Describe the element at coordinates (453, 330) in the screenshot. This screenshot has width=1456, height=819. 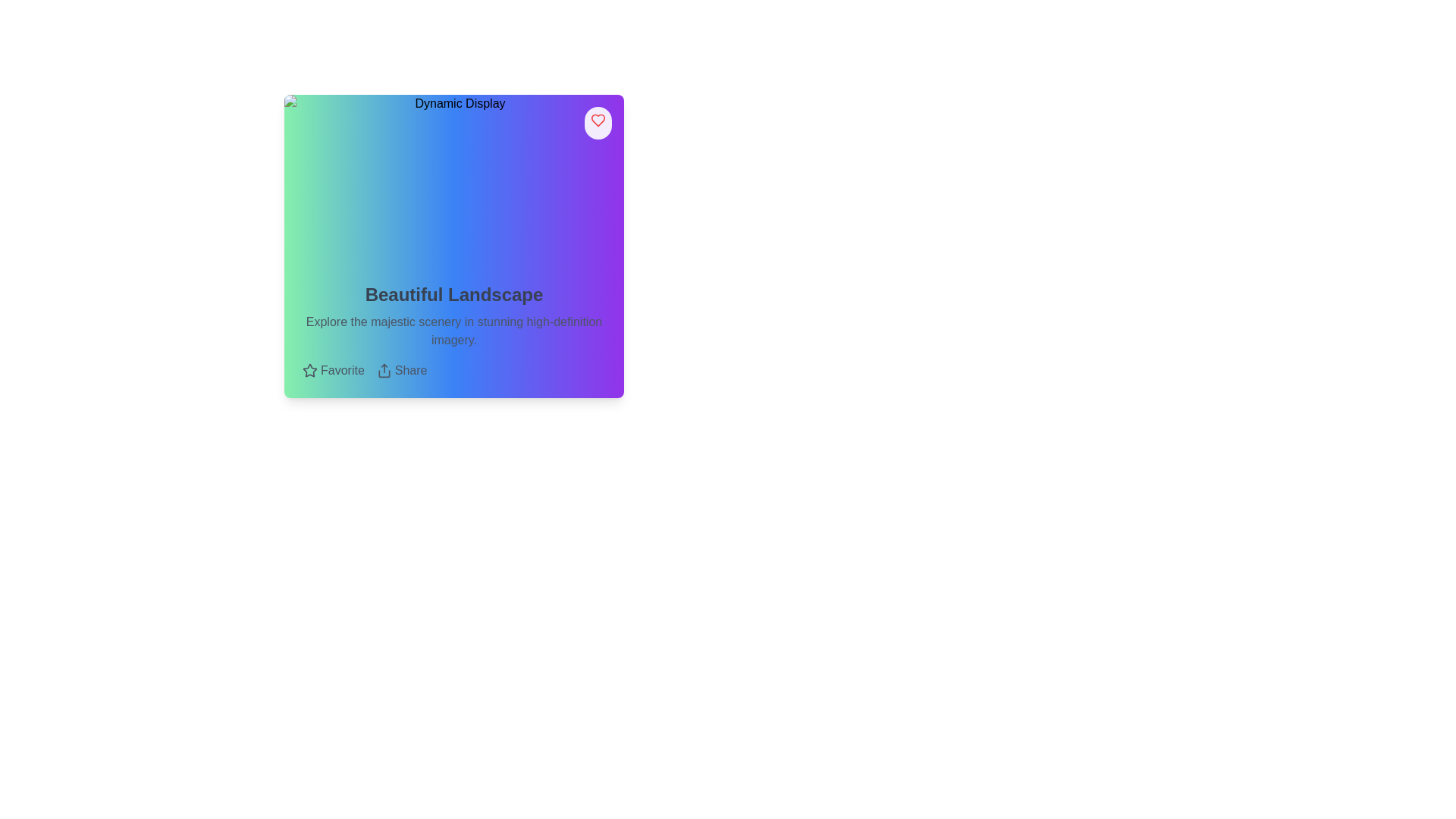
I see `the descriptive text block located directly below the heading 'Beautiful Landscape', which provides additional detail about the visual appeal of the content` at that location.